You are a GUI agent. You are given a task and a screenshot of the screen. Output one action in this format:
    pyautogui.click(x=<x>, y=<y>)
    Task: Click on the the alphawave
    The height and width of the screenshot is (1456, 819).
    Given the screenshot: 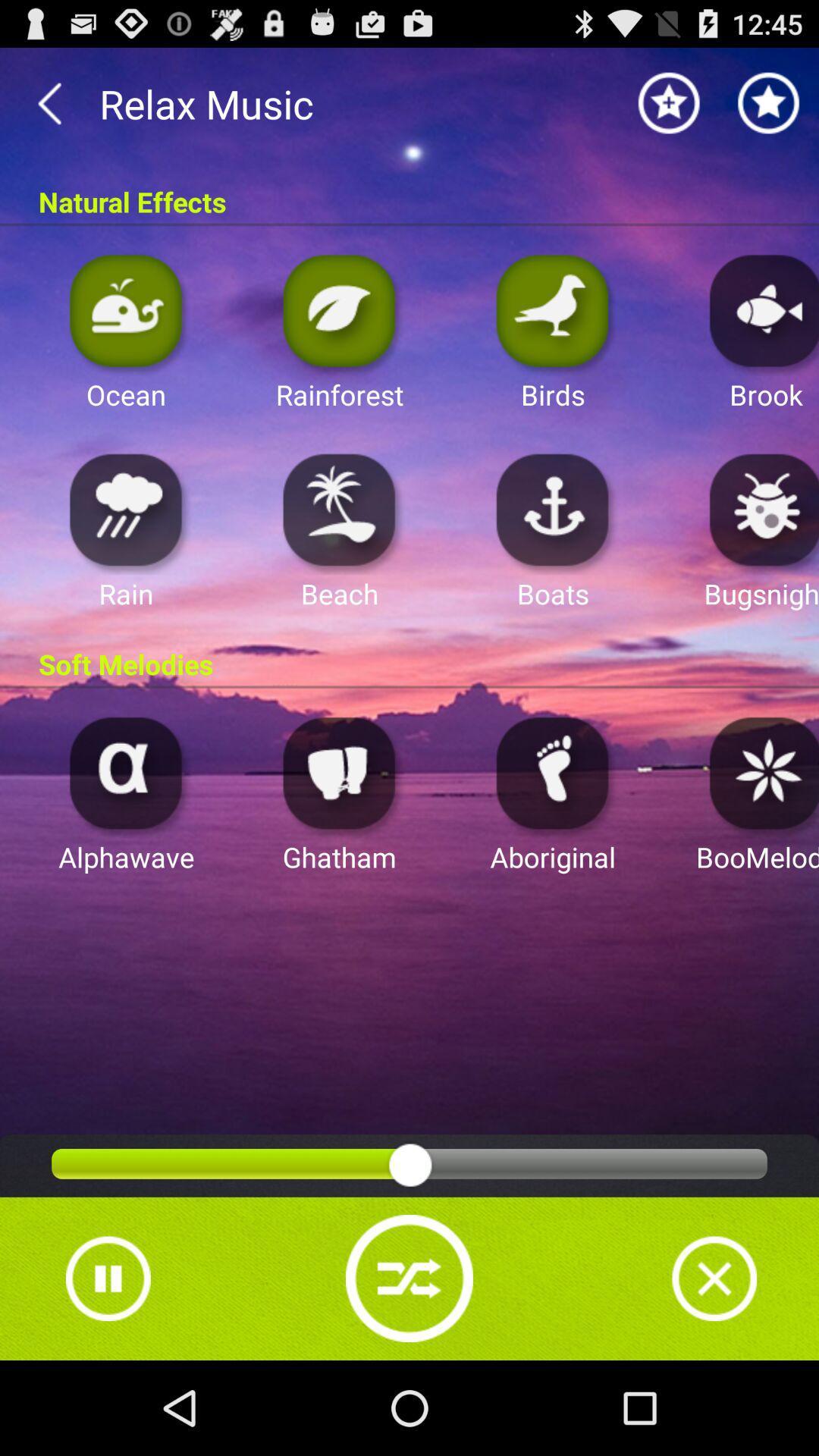 What is the action you would take?
    pyautogui.click(x=125, y=772)
    